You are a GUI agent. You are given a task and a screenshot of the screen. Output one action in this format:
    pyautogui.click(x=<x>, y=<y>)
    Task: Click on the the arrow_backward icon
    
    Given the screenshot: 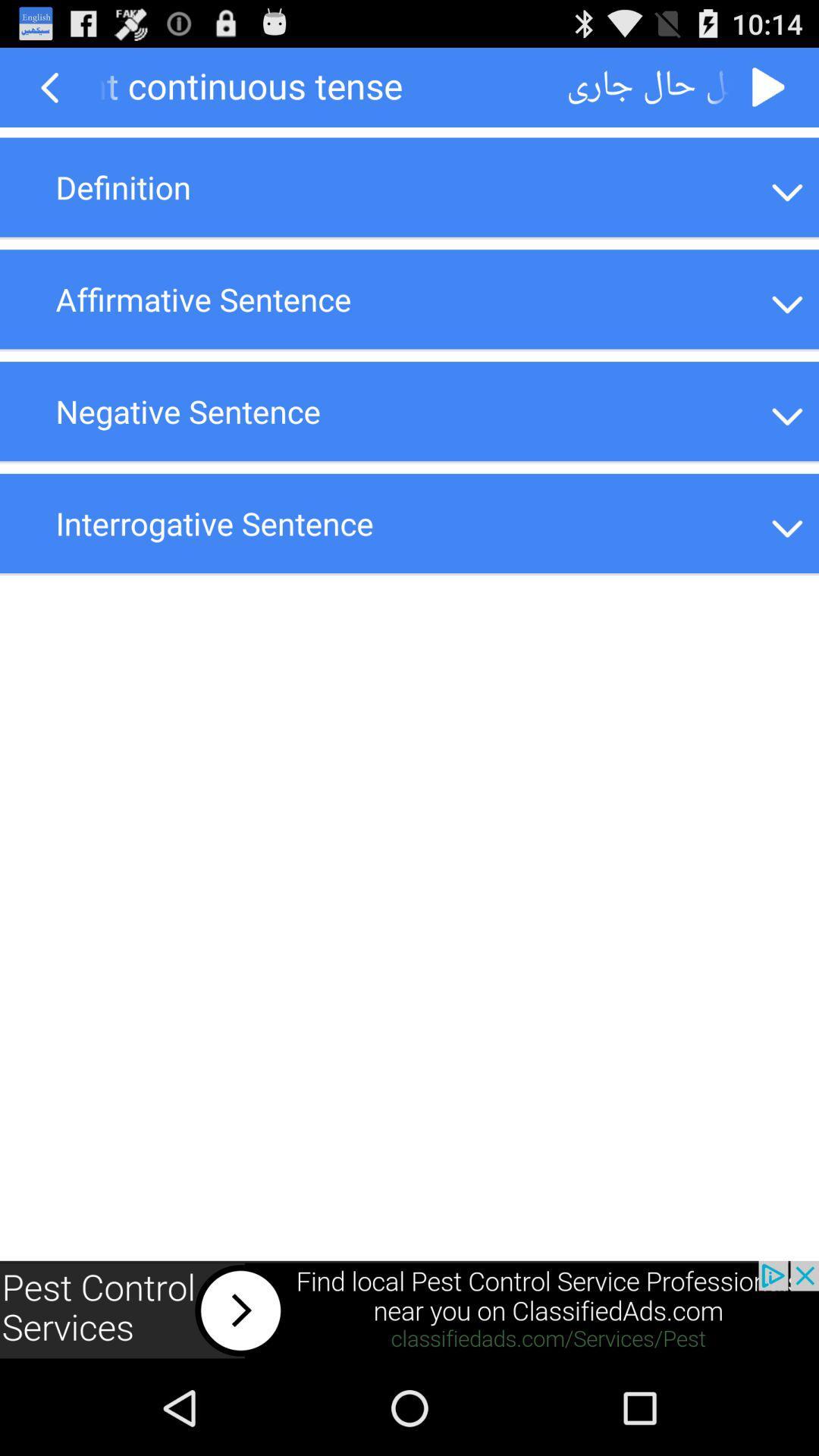 What is the action you would take?
    pyautogui.click(x=49, y=93)
    